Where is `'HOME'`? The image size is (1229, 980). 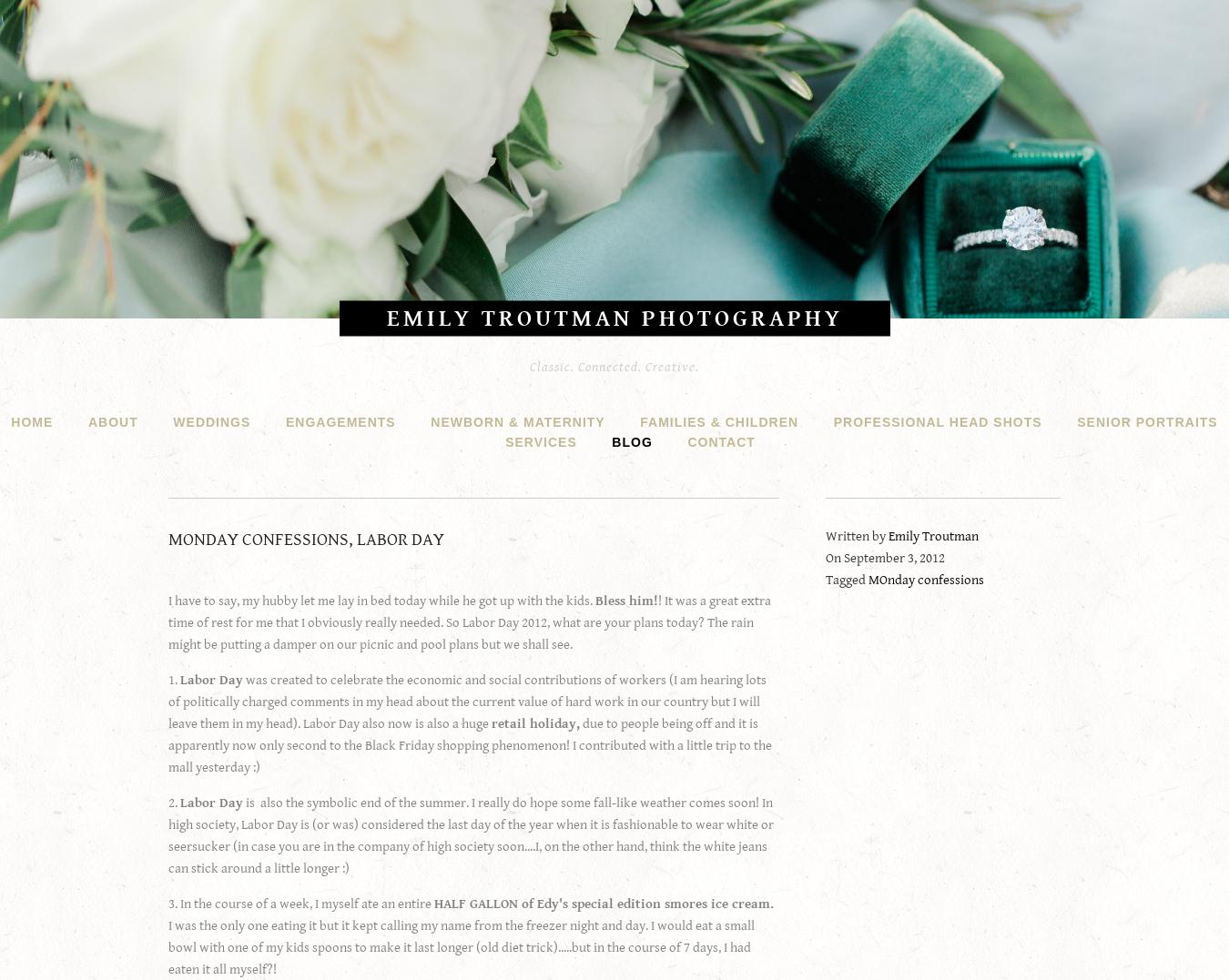
'HOME' is located at coordinates (30, 421).